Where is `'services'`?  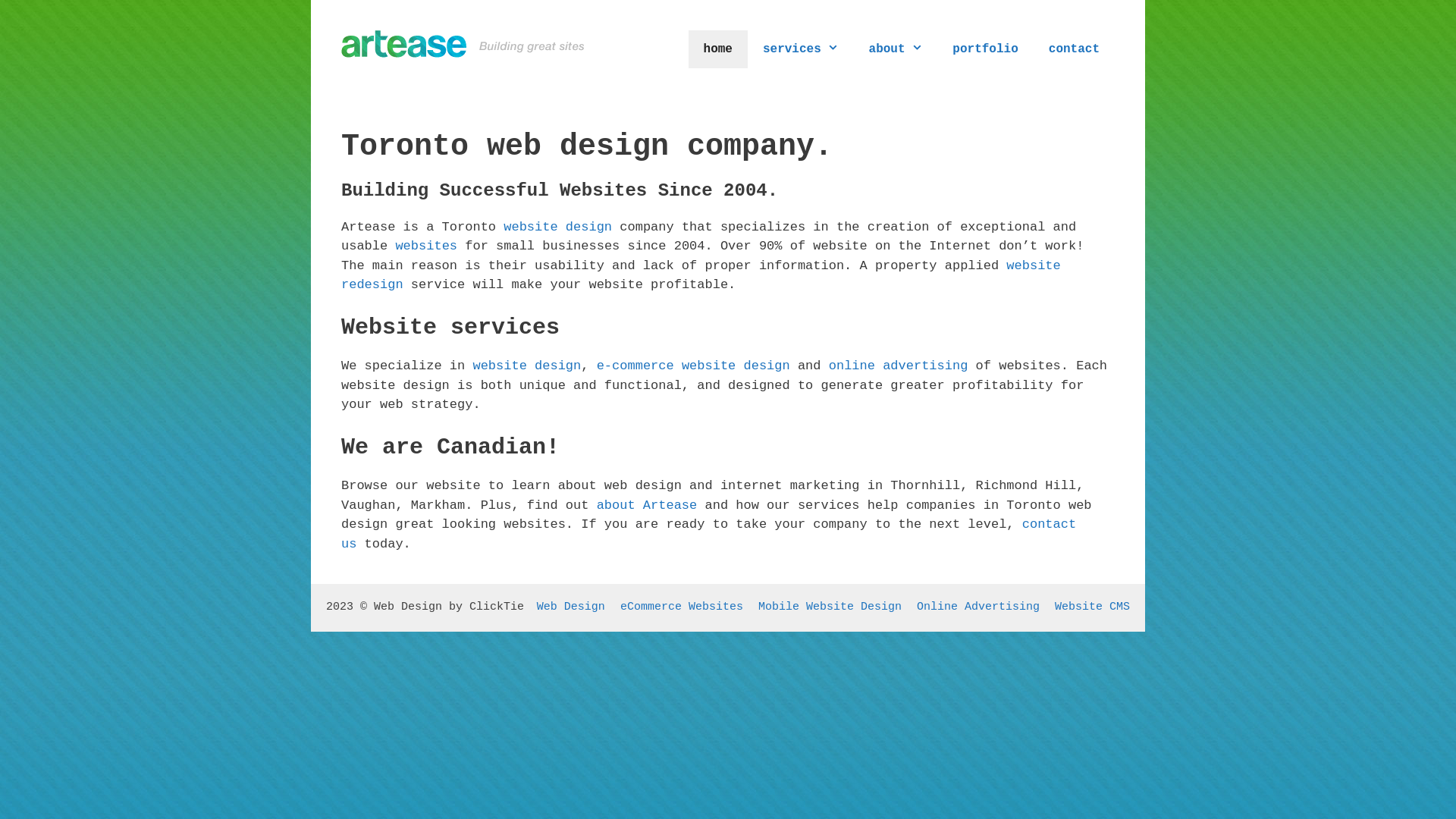
'services' is located at coordinates (800, 49).